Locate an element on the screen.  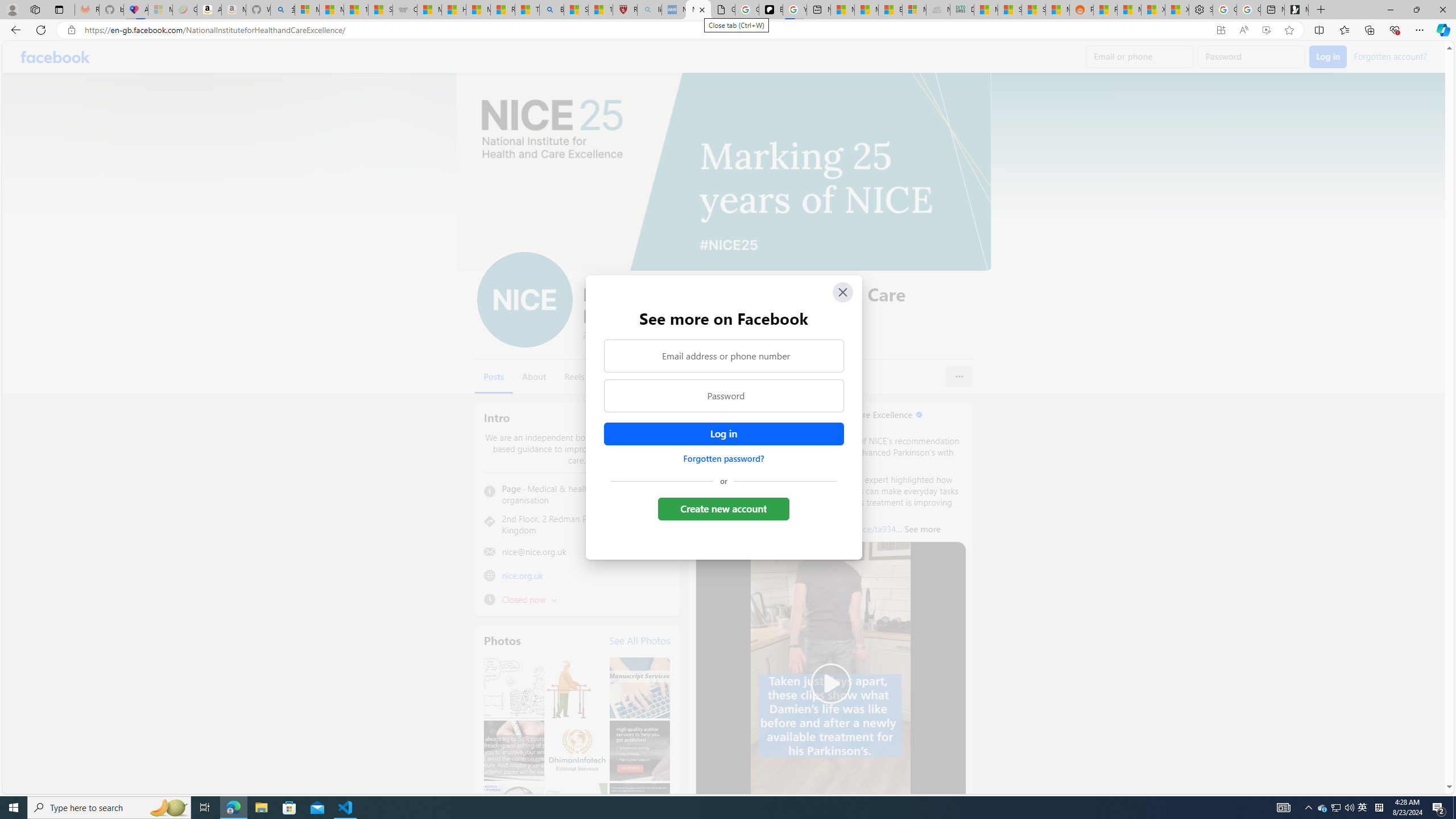
'Entertainment - MSN' is located at coordinates (890, 9).